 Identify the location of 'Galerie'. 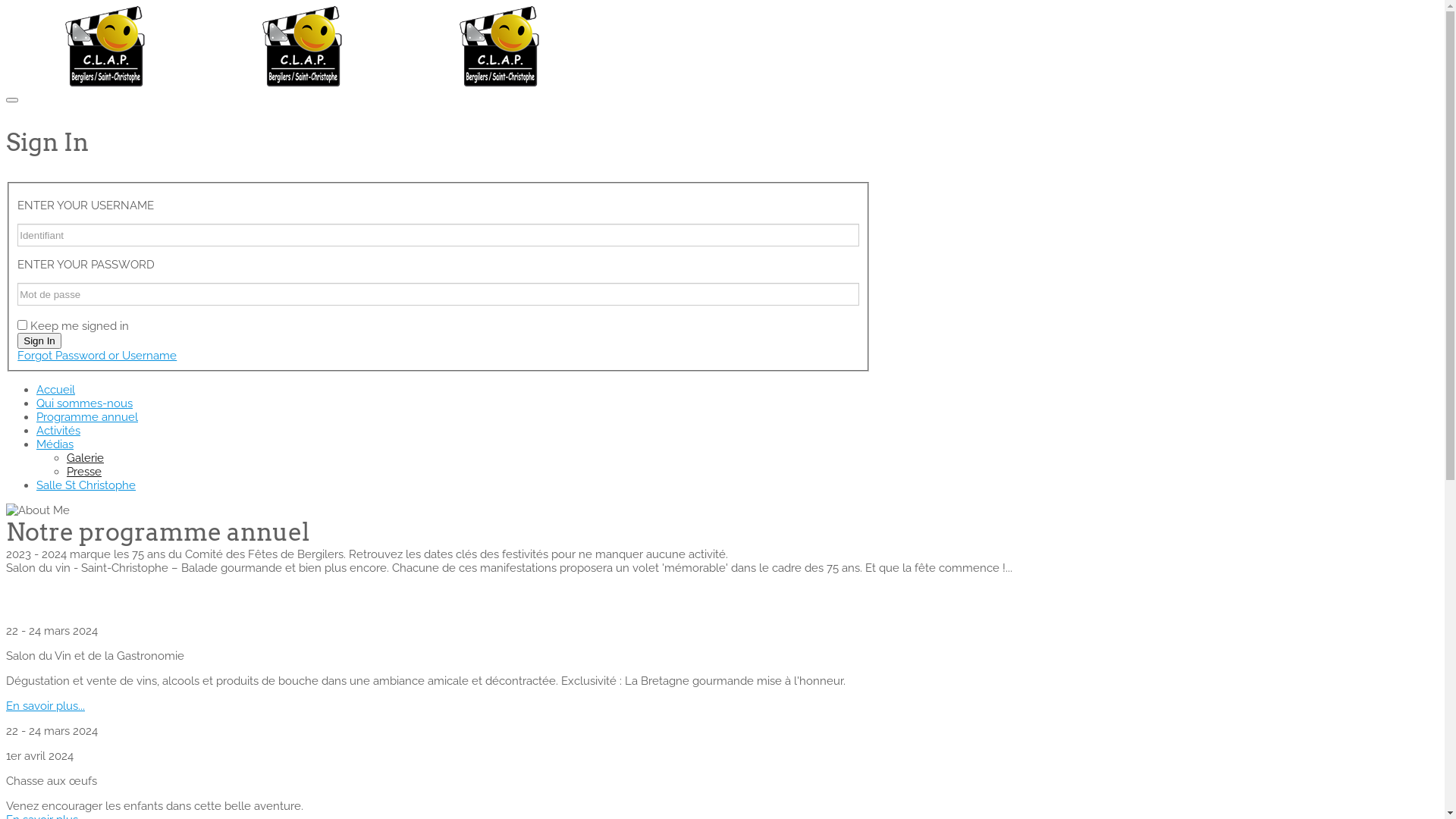
(84, 457).